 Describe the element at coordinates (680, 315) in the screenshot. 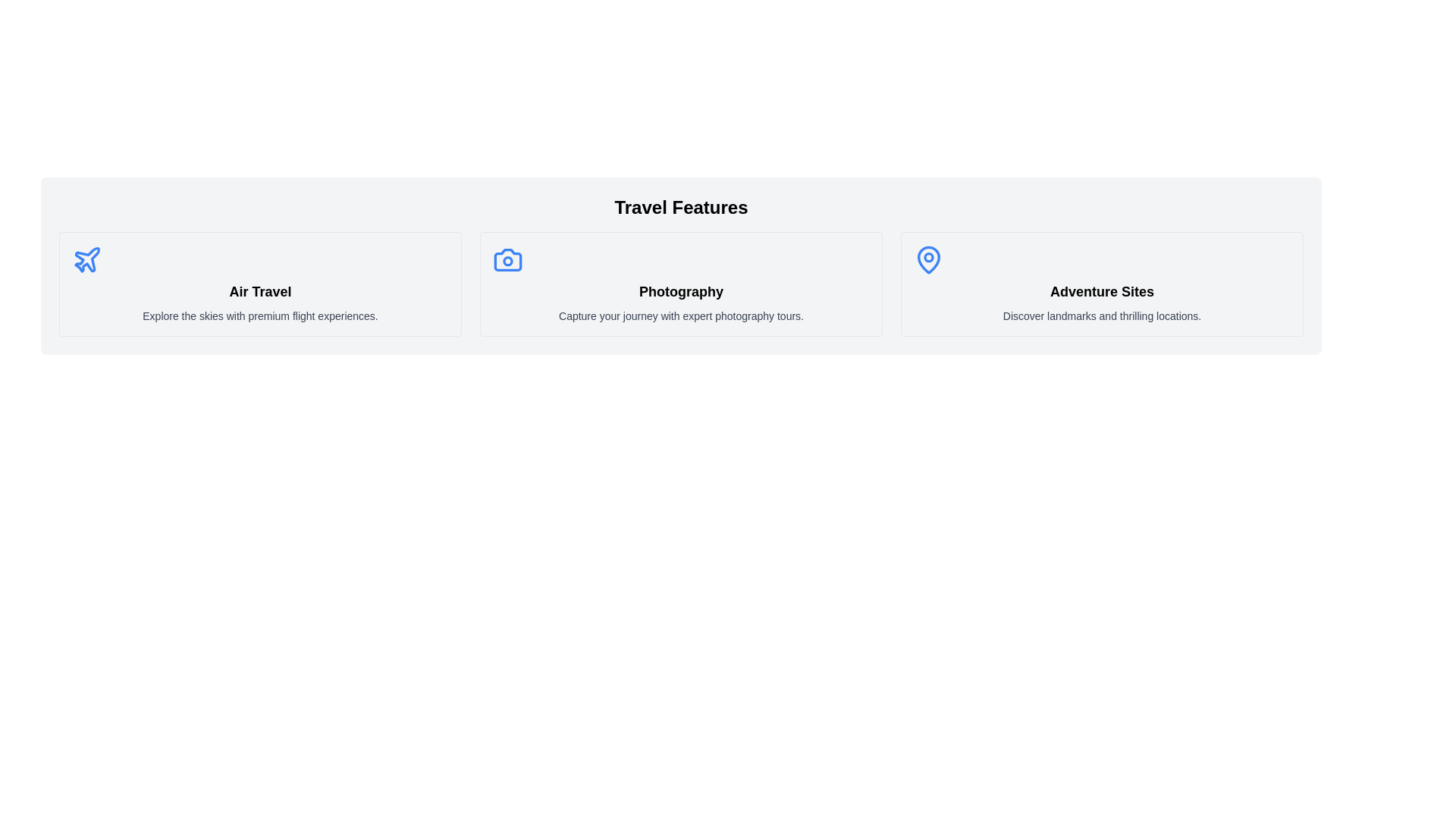

I see `the static text block that provides supplementary information about the 'Photography' feature, located beneath the header 'Photography' in the central card under 'Travel Features'` at that location.